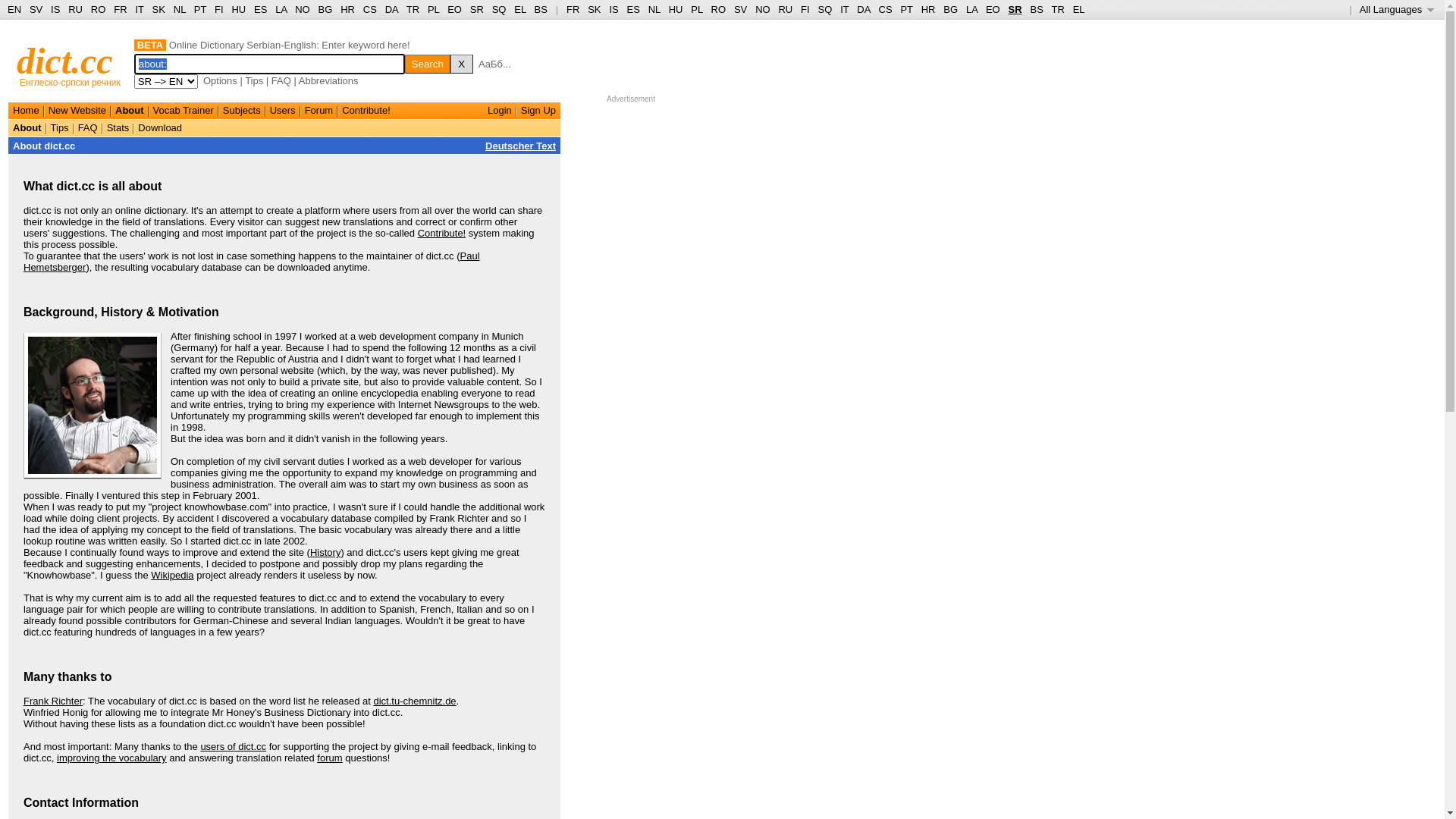 The height and width of the screenshot is (819, 1456). I want to click on 'CS', so click(362, 9).